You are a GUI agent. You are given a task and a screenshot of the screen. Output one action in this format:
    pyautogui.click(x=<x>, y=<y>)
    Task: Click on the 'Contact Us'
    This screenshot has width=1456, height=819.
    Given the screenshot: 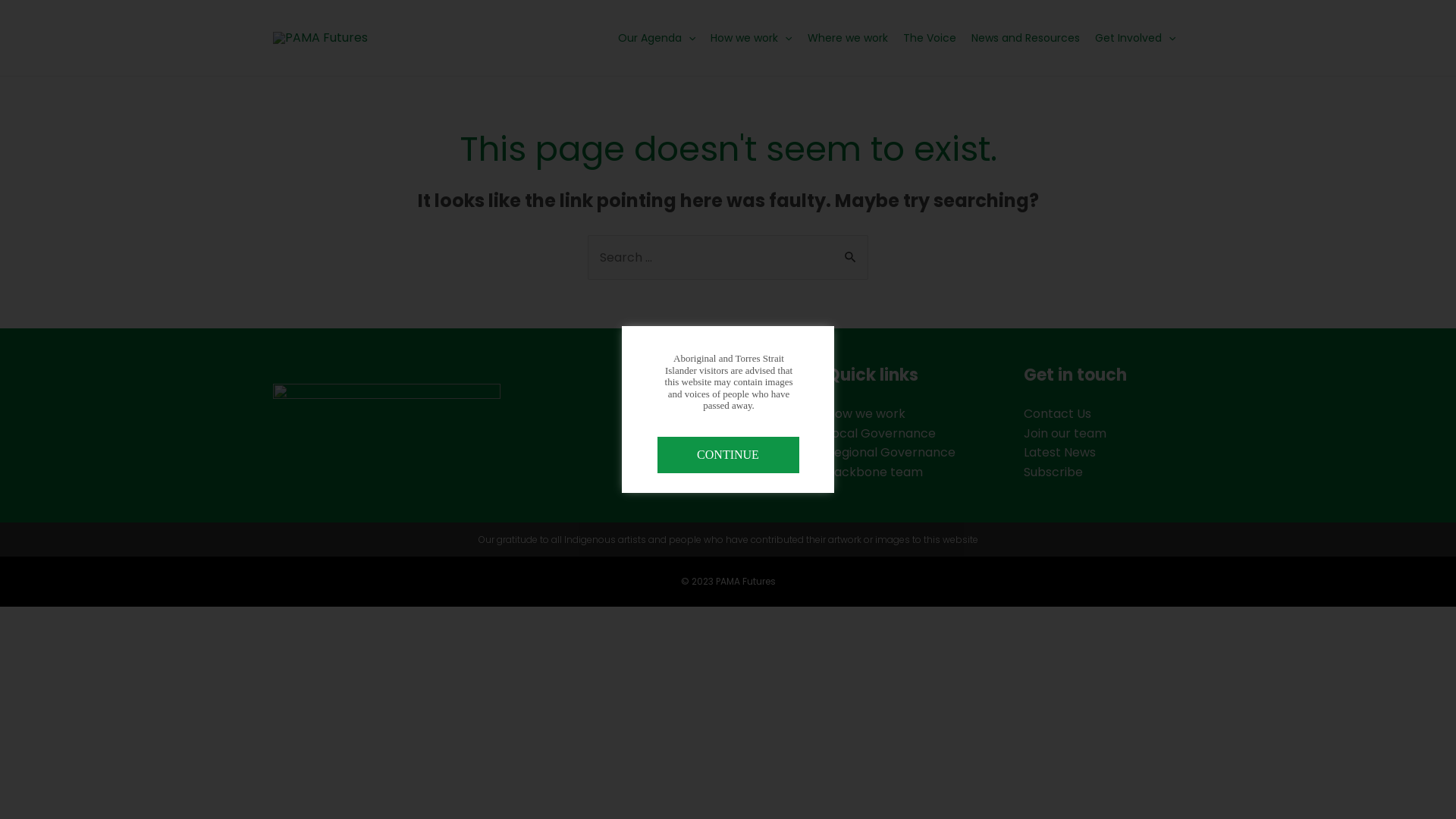 What is the action you would take?
    pyautogui.click(x=1056, y=413)
    